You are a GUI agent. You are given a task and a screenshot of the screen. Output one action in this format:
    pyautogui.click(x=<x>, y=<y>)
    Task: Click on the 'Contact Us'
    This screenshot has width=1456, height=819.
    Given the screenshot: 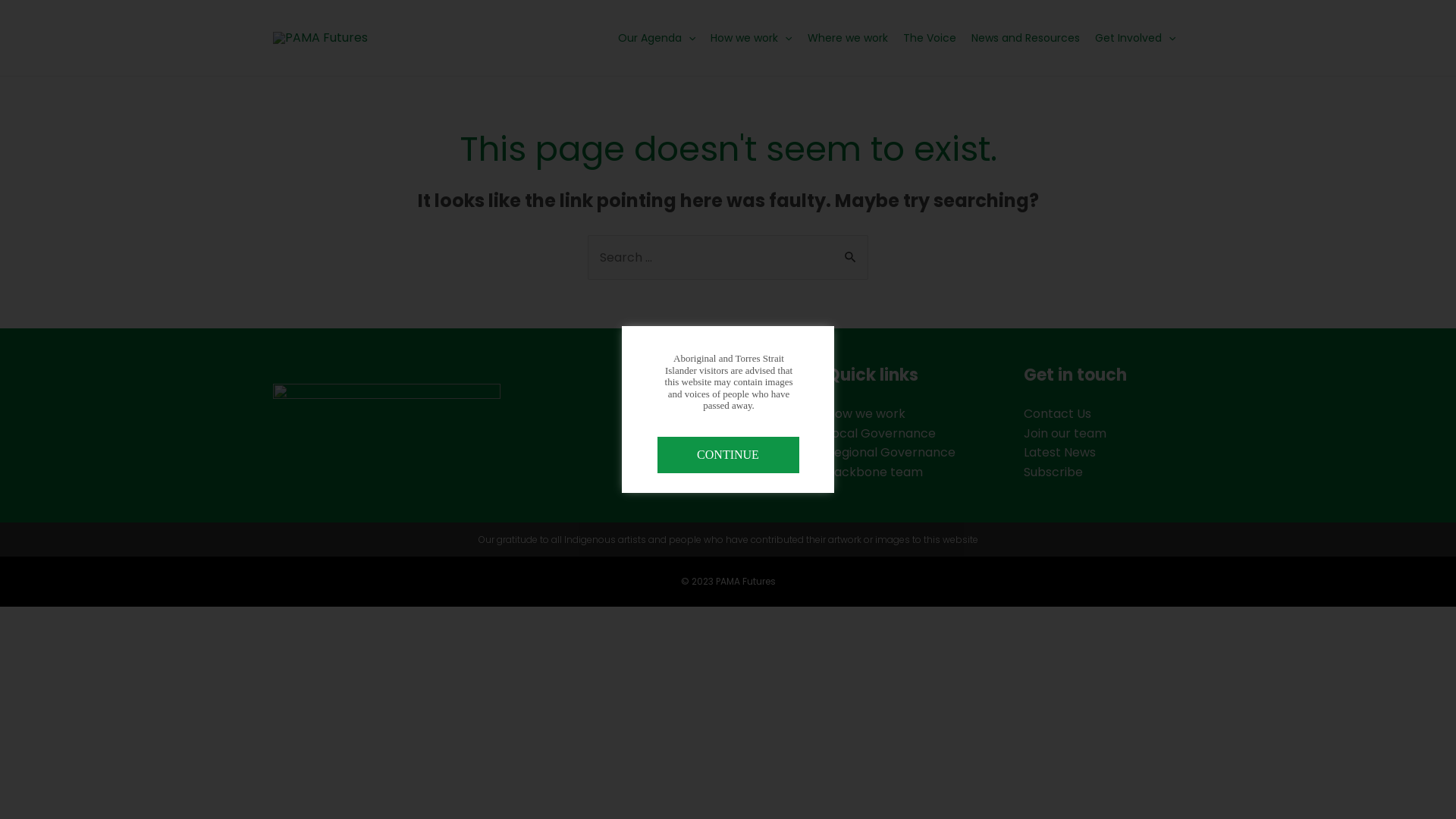 What is the action you would take?
    pyautogui.click(x=1056, y=413)
    